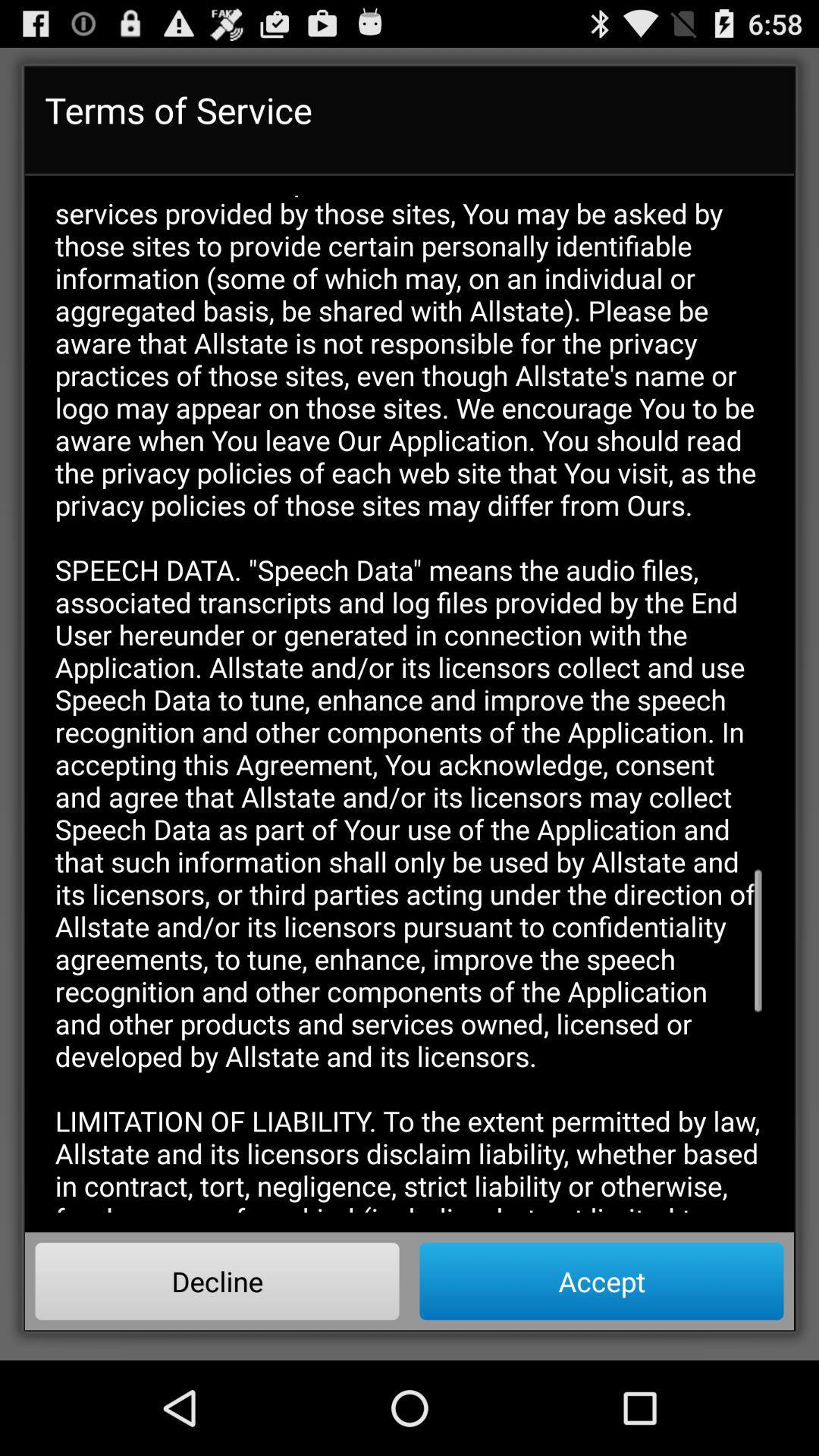 The width and height of the screenshot is (819, 1456). I want to click on the icon to the left of accept button, so click(217, 1280).